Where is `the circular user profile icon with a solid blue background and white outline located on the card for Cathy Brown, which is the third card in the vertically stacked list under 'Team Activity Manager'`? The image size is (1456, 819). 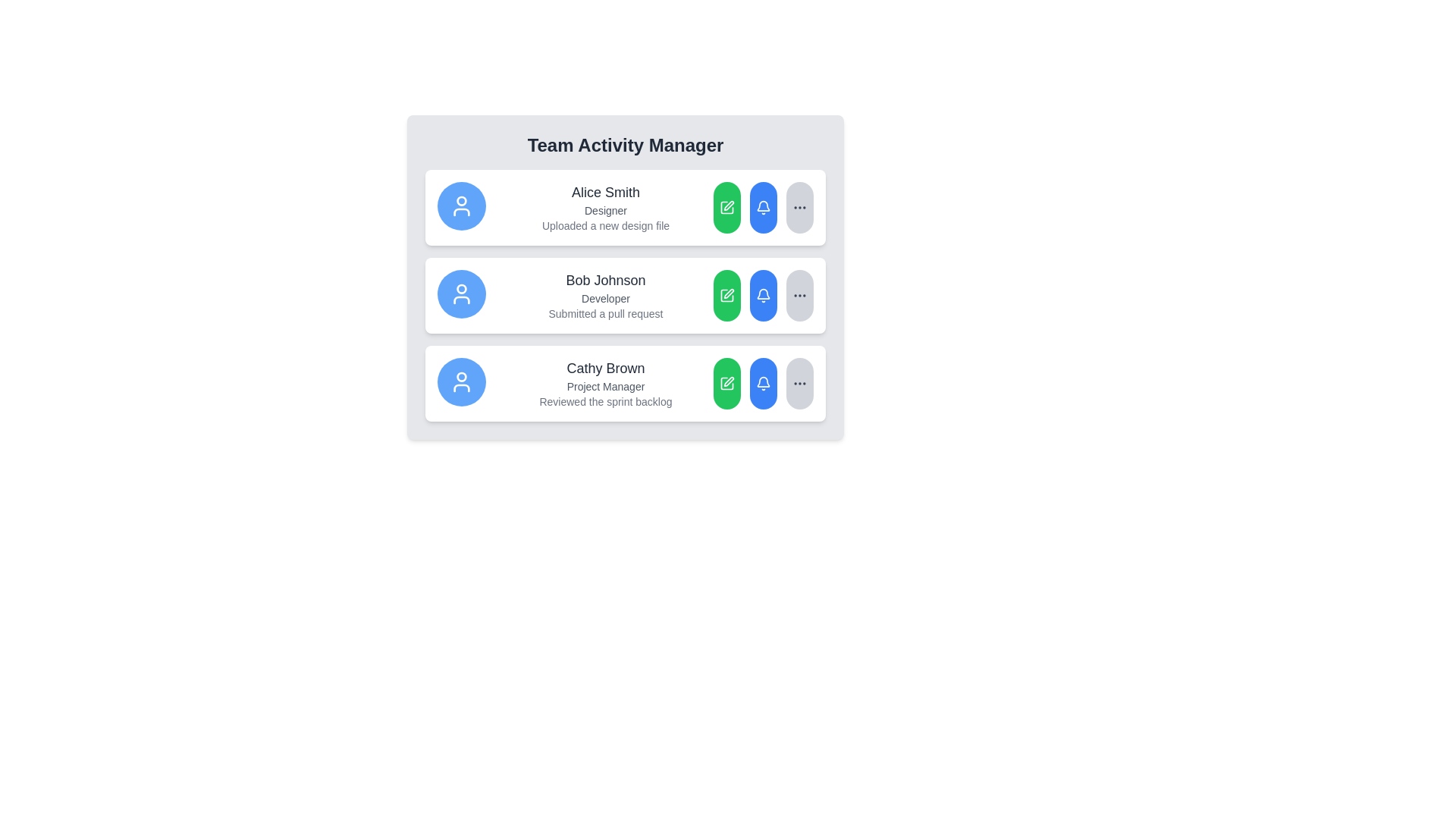
the circular user profile icon with a solid blue background and white outline located on the card for Cathy Brown, which is the third card in the vertically stacked list under 'Team Activity Manager' is located at coordinates (461, 381).